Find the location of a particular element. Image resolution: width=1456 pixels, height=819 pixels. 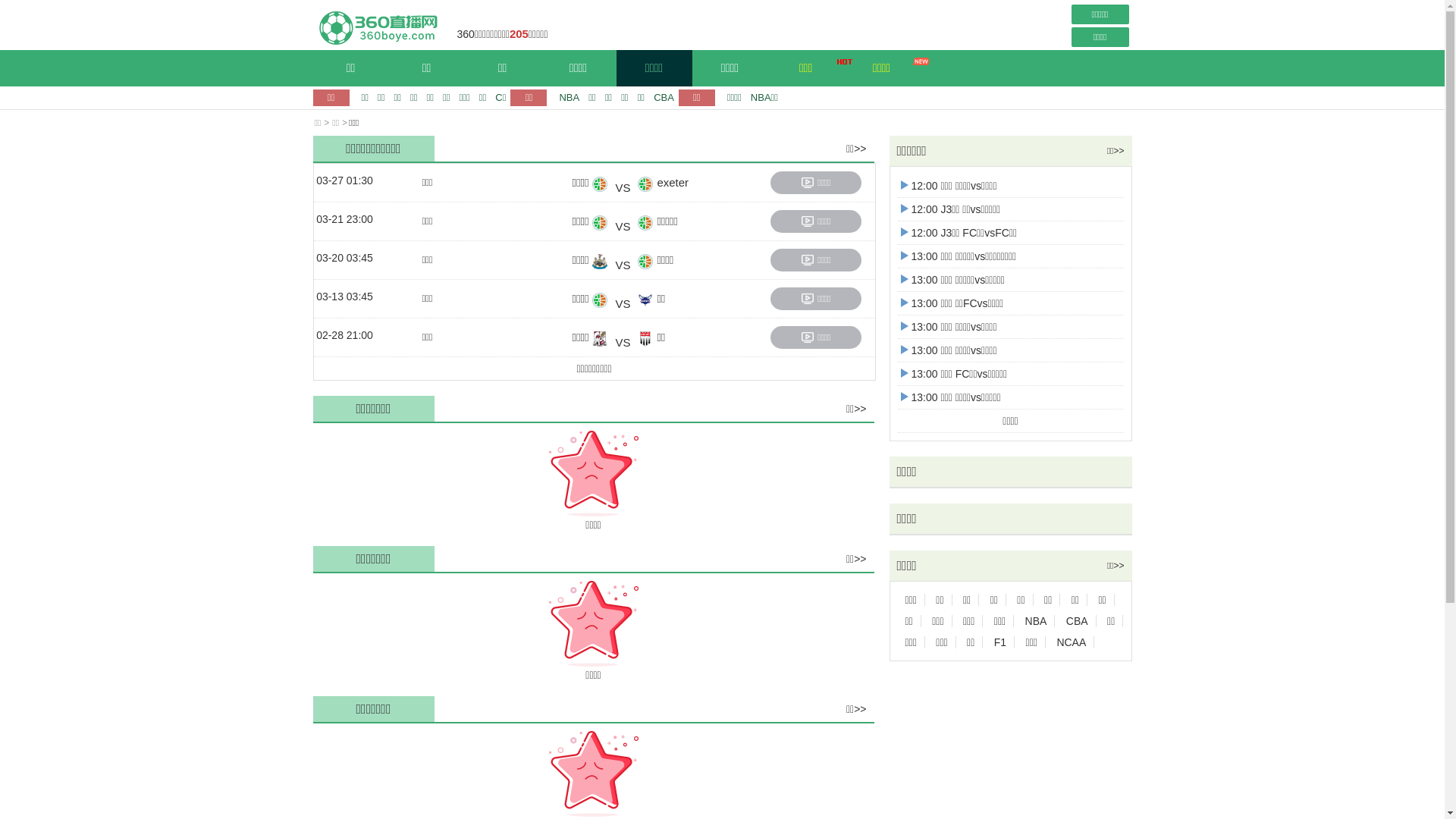

'NCAA' is located at coordinates (1070, 642).